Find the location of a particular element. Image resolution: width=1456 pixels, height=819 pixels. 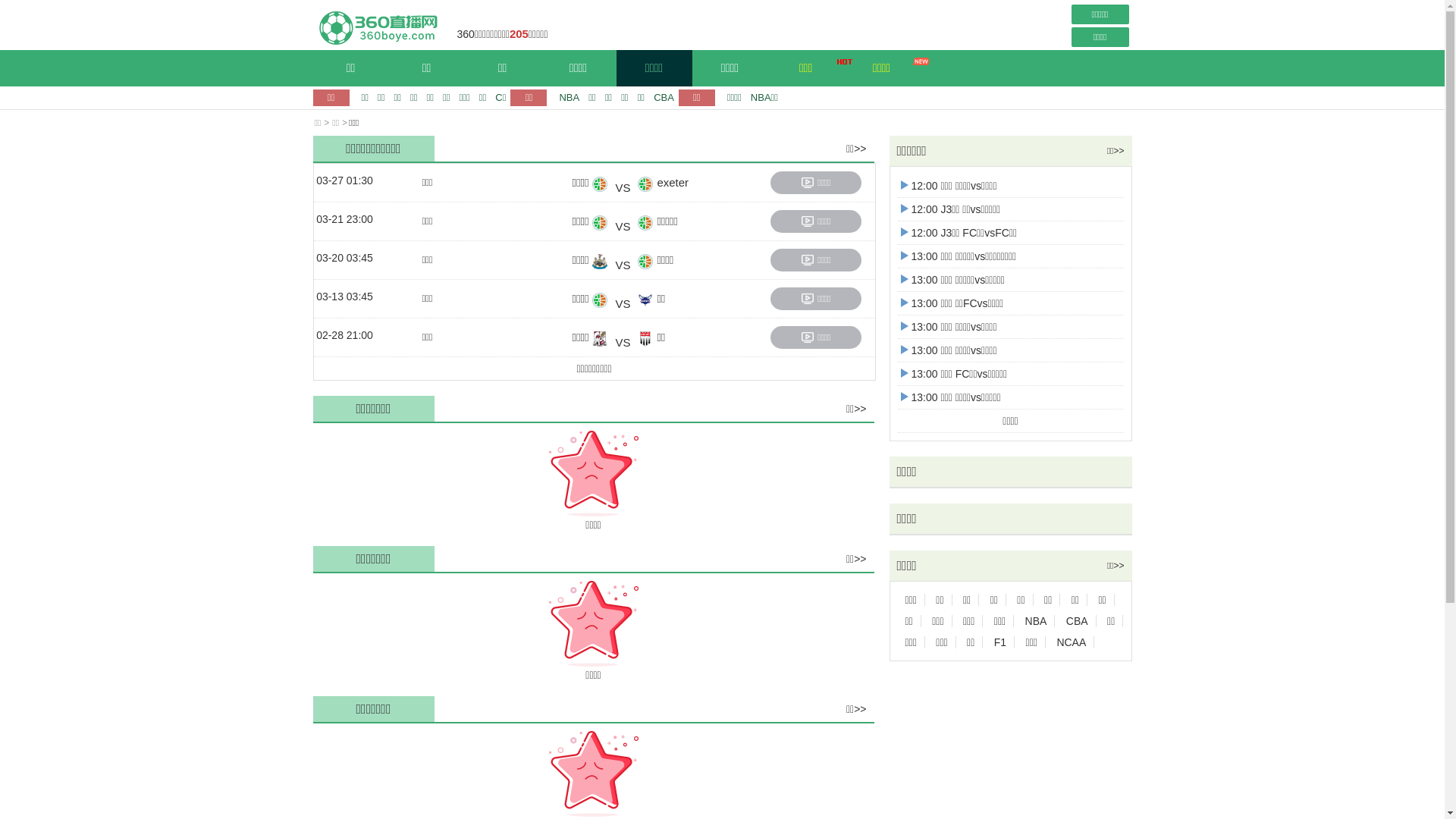

'NCAA' is located at coordinates (1070, 642).